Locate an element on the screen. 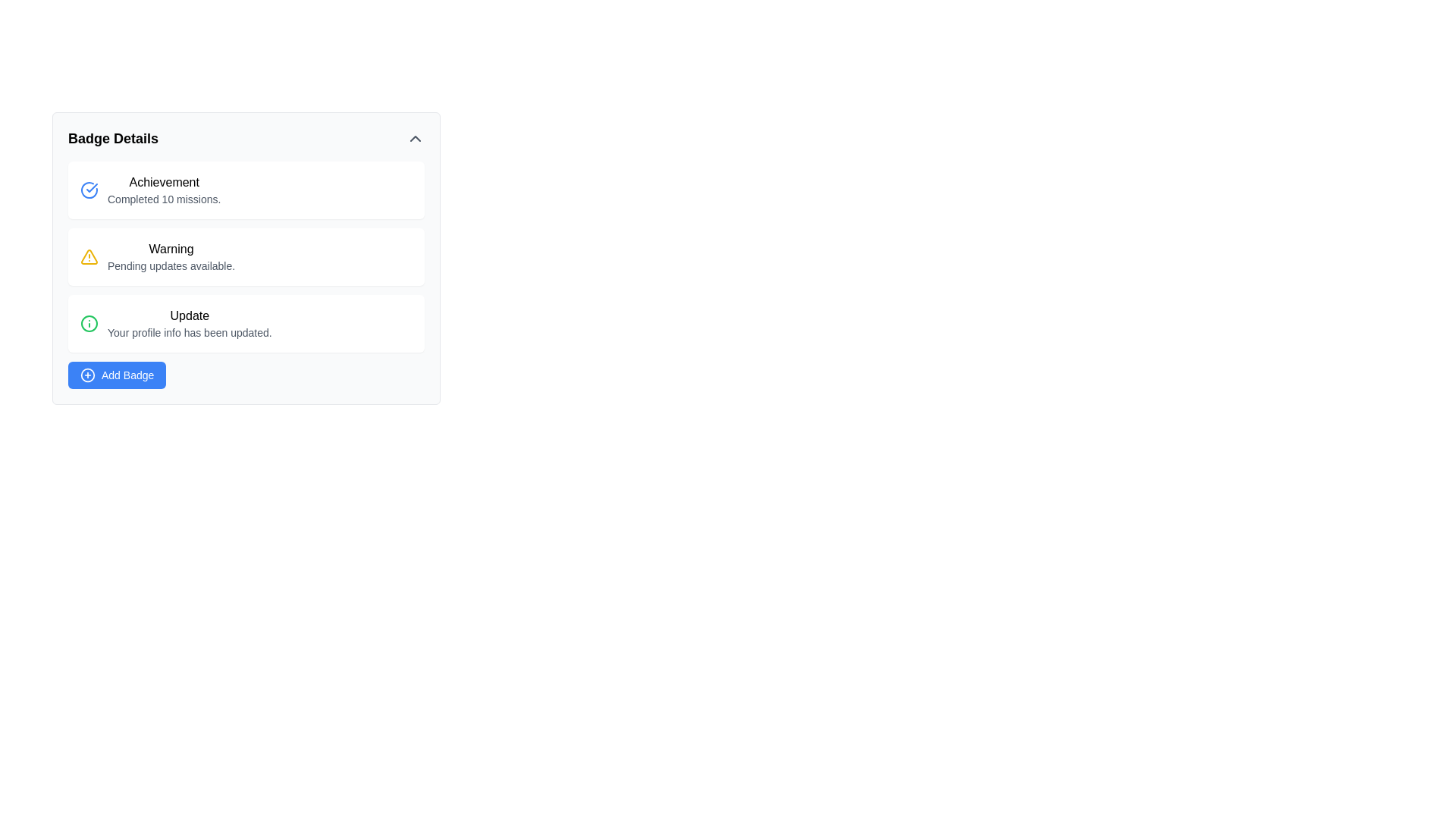 This screenshot has height=819, width=1456. the icon within the 'Add Badge' button located at the bottom-left section of the 'Badge Details' card to trigger context-specific actions is located at coordinates (86, 375).